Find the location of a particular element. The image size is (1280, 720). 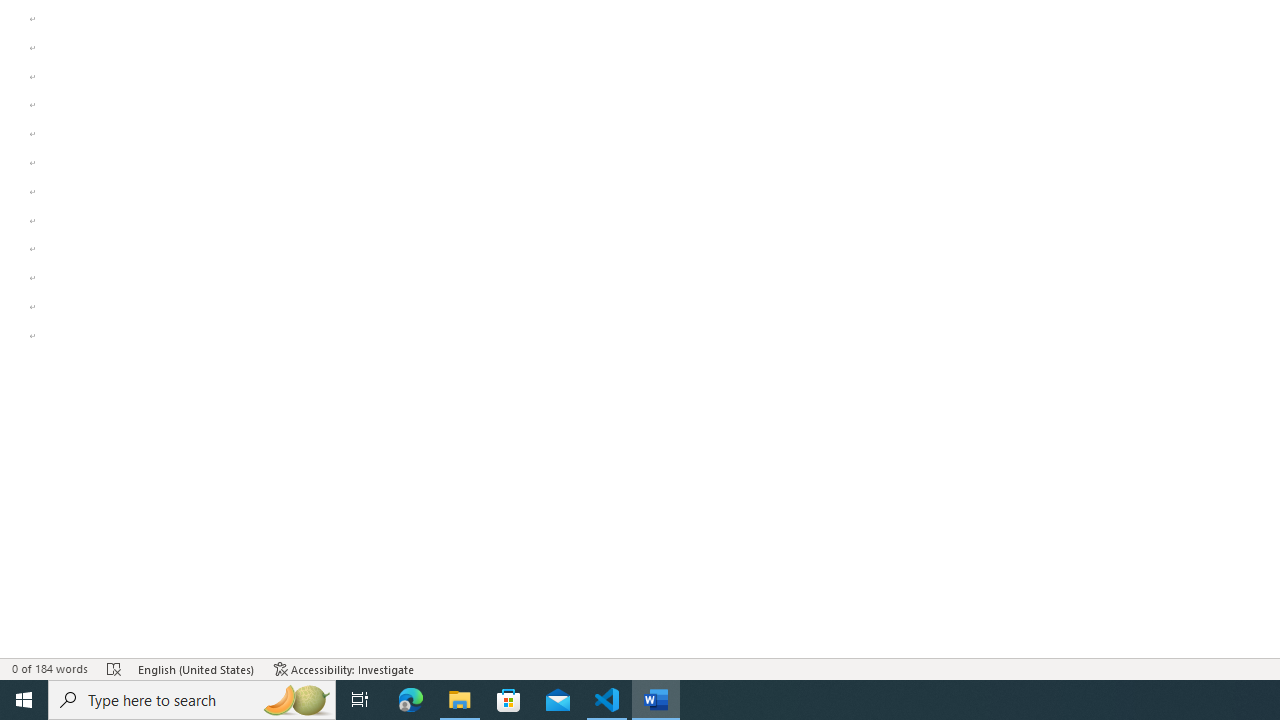

'Search highlights icon opens search home window' is located at coordinates (294, 698).